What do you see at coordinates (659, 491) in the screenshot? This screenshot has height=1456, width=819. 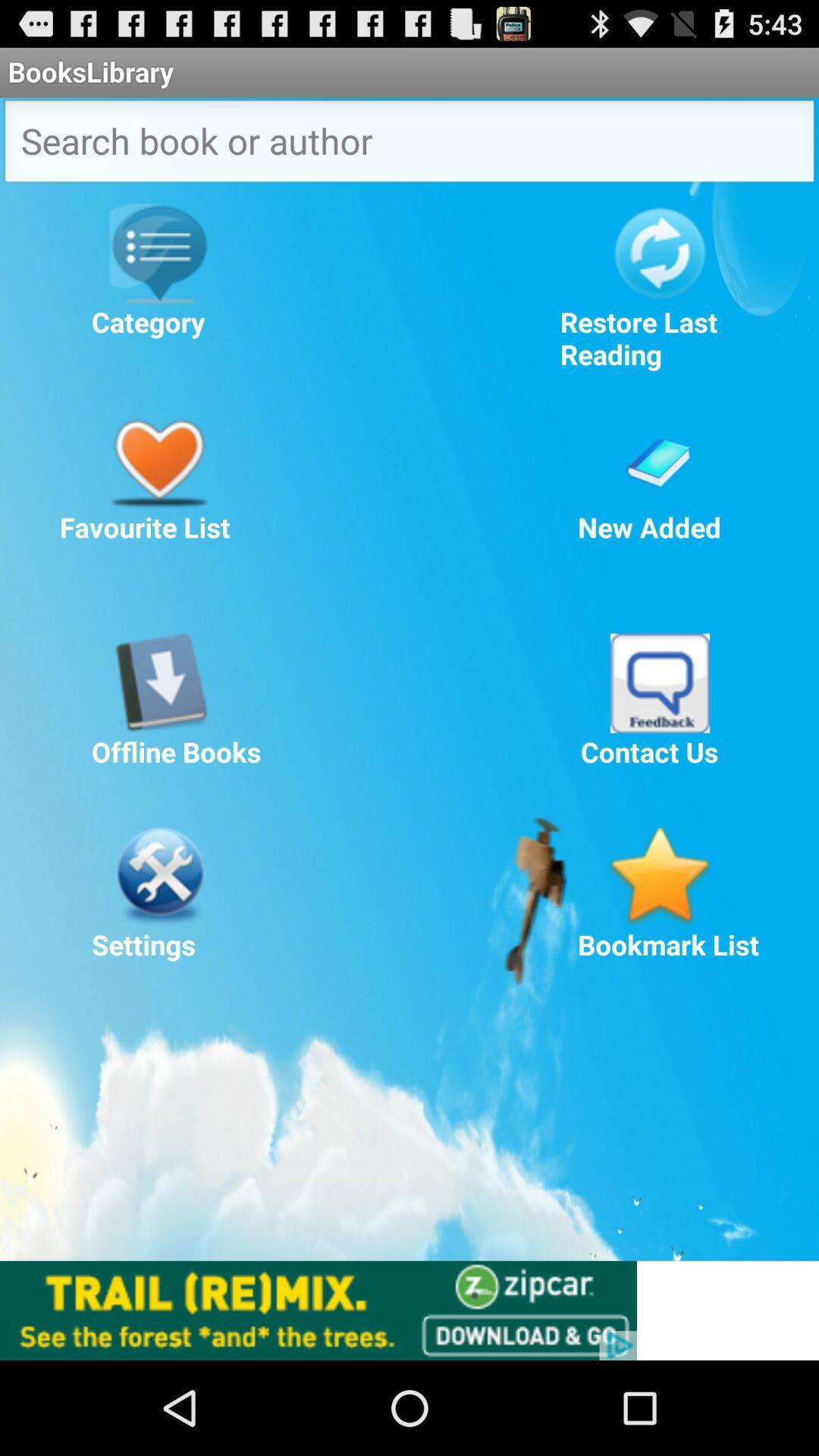 I see `the check icon` at bounding box center [659, 491].